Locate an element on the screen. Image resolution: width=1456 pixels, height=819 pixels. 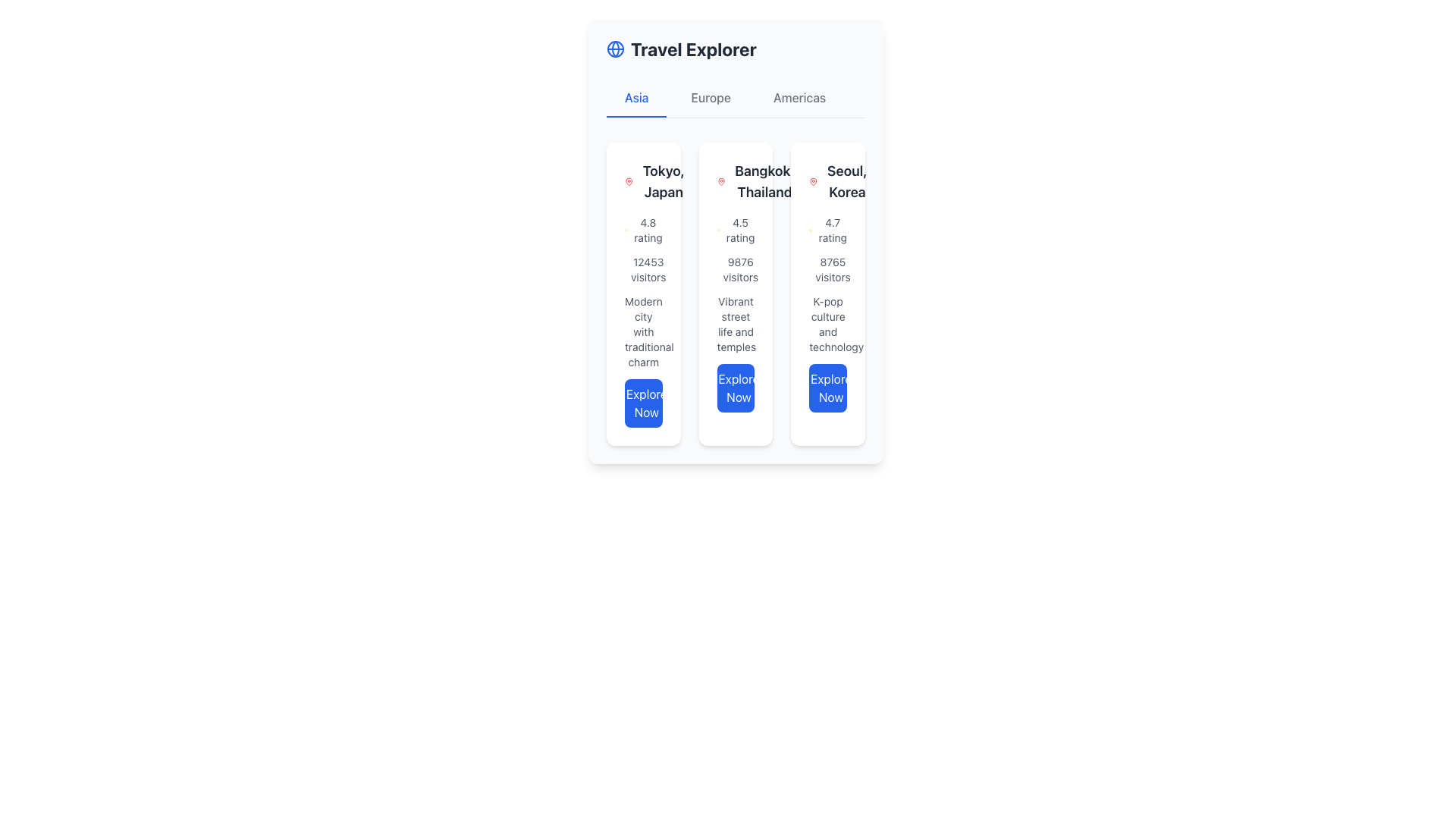
the text display showing '8765 visitors' in small gray font, located in the third card under 'Seoul, Korea', positioned between the rating display and the description text is located at coordinates (827, 268).